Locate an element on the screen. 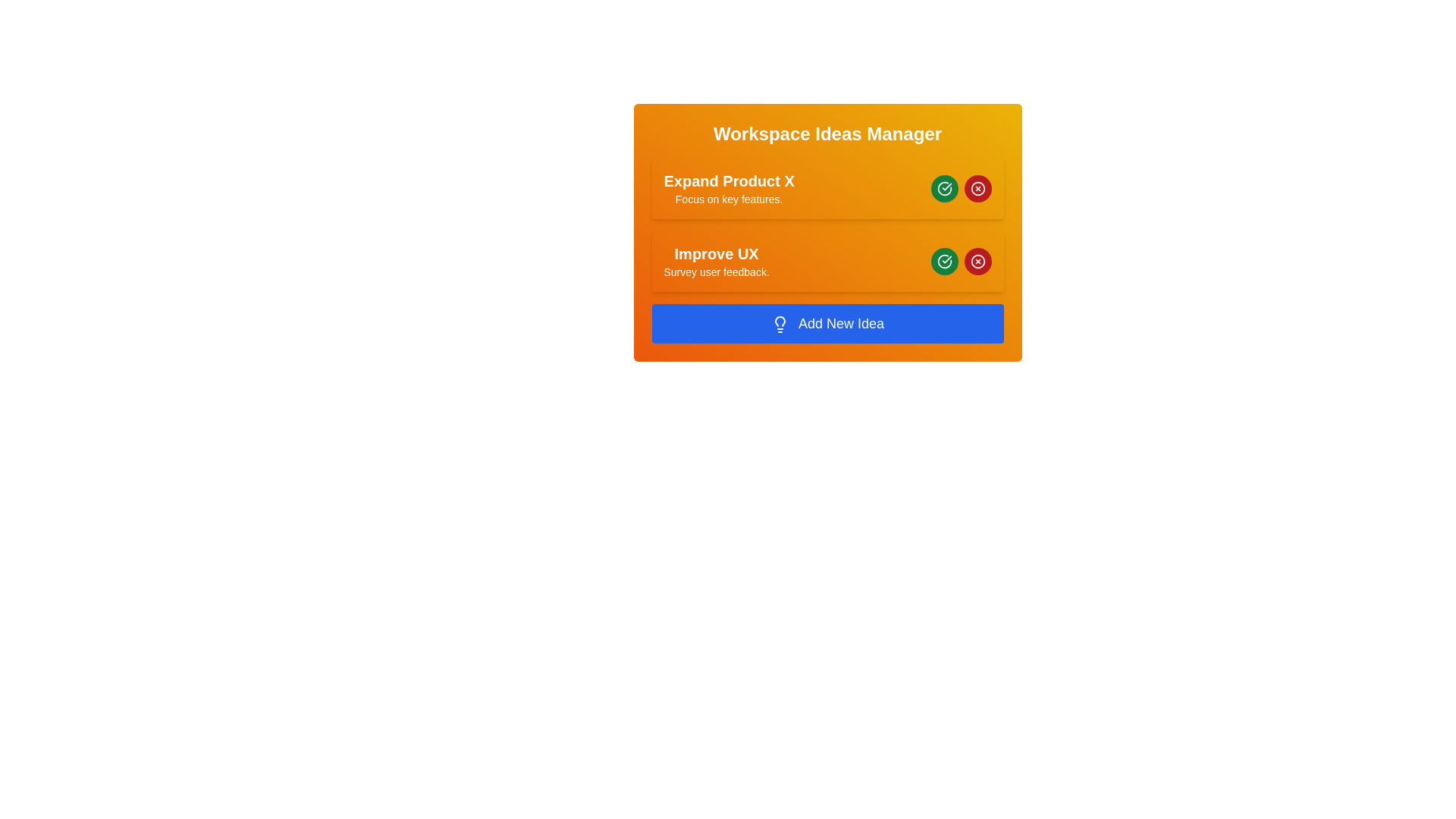 Image resolution: width=1456 pixels, height=819 pixels. the lightbulb icon located on the left side of the blue button labeled 'Add New Idea' is located at coordinates (780, 324).